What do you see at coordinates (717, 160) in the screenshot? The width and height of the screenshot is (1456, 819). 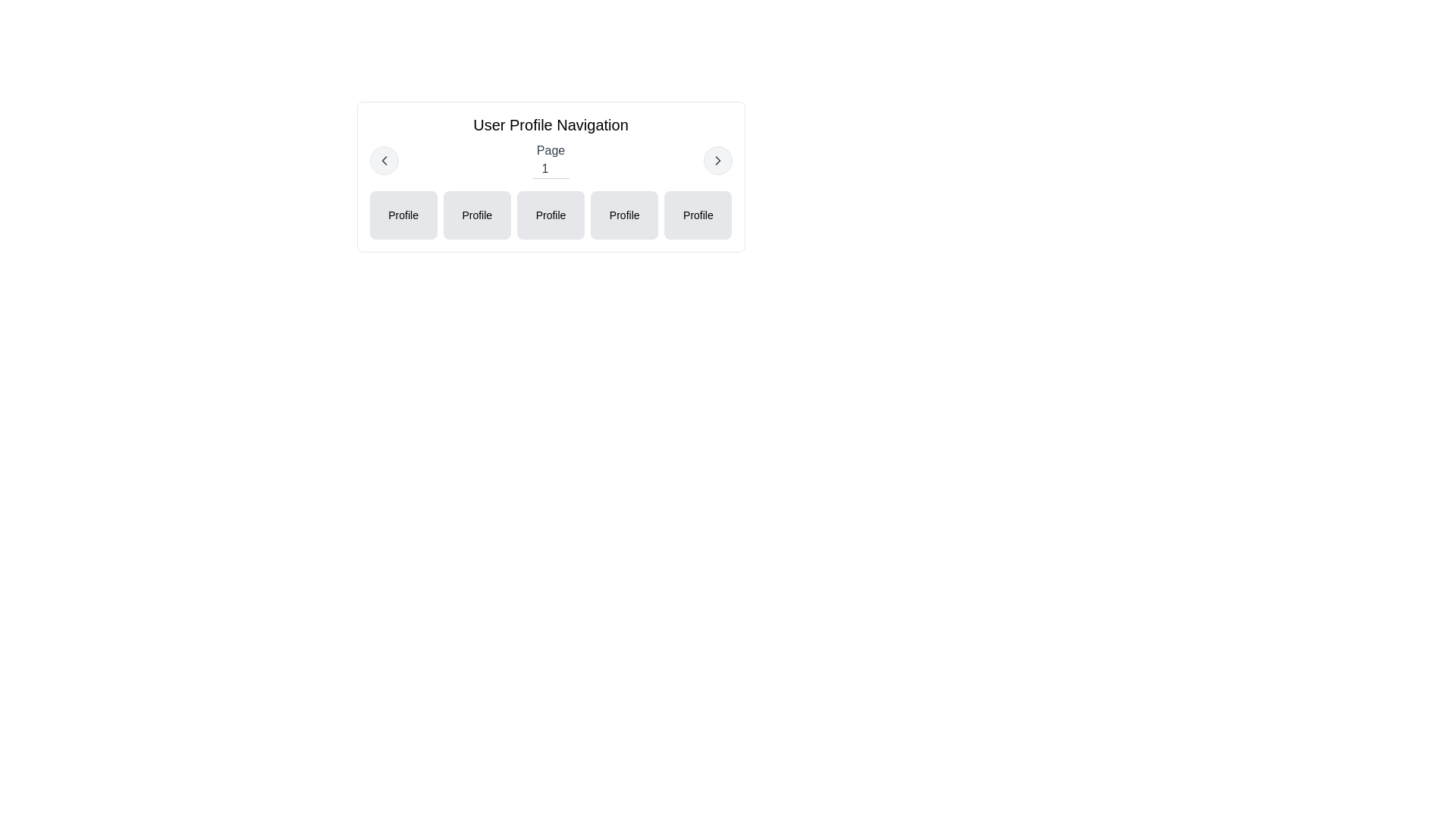 I see `the right arrow button in the navigation area to proceed to the next set of profiles or items` at bounding box center [717, 160].